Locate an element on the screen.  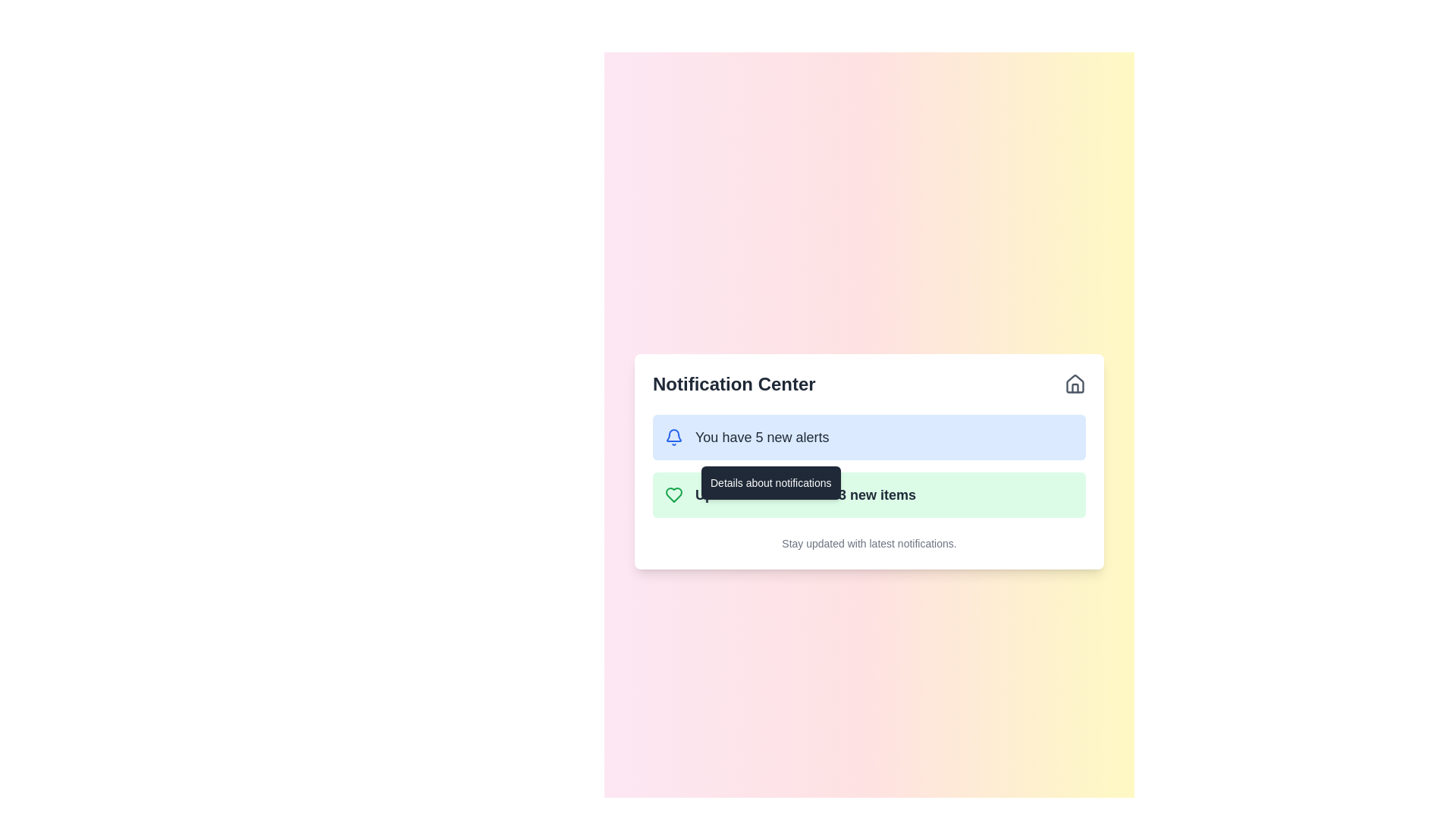
the header text labeled 'Notification Center', which is styled in bold and prominently positioned in the upper-left section of the notification panel is located at coordinates (734, 383).